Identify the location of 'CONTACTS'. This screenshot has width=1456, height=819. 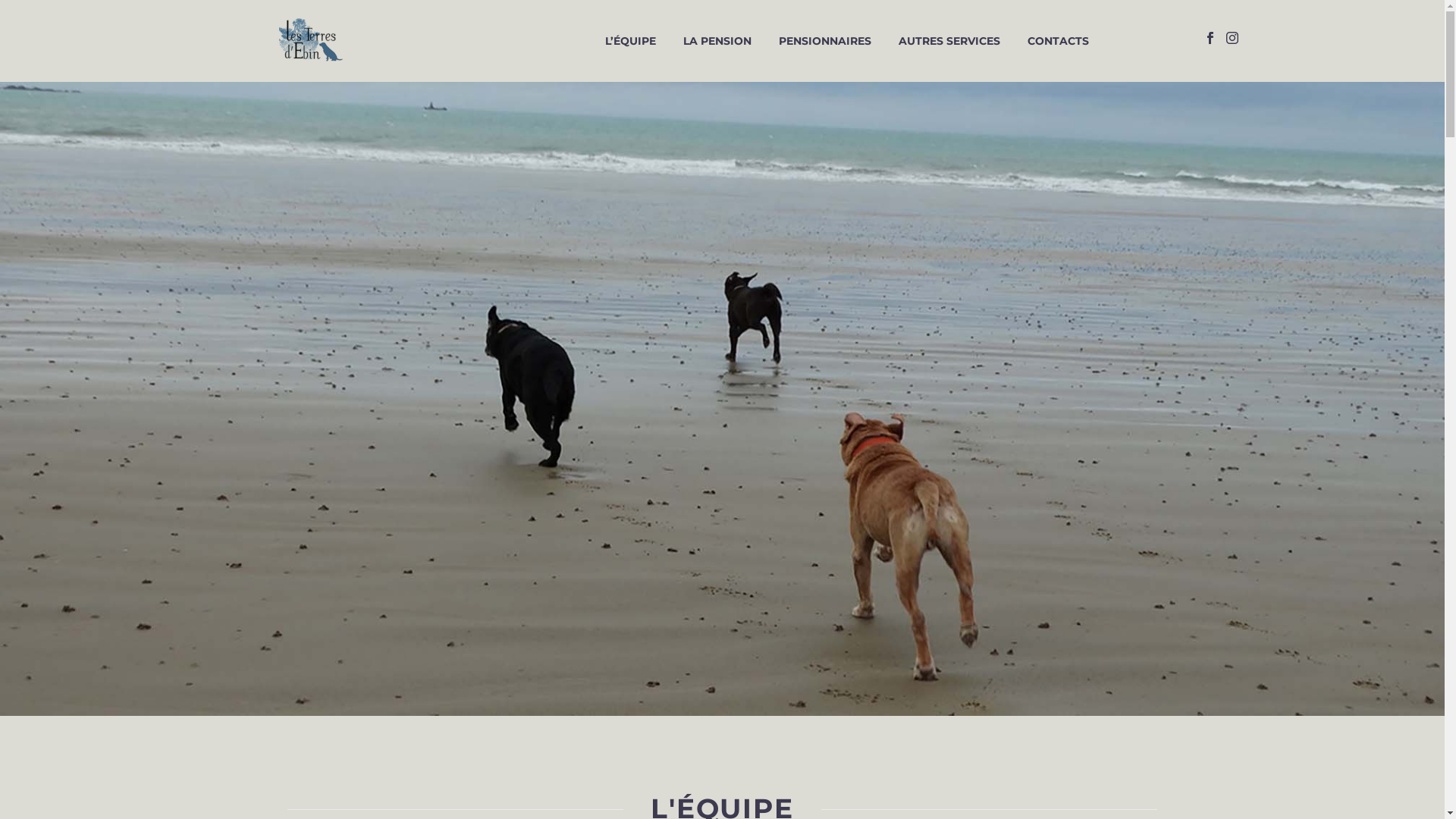
(1057, 40).